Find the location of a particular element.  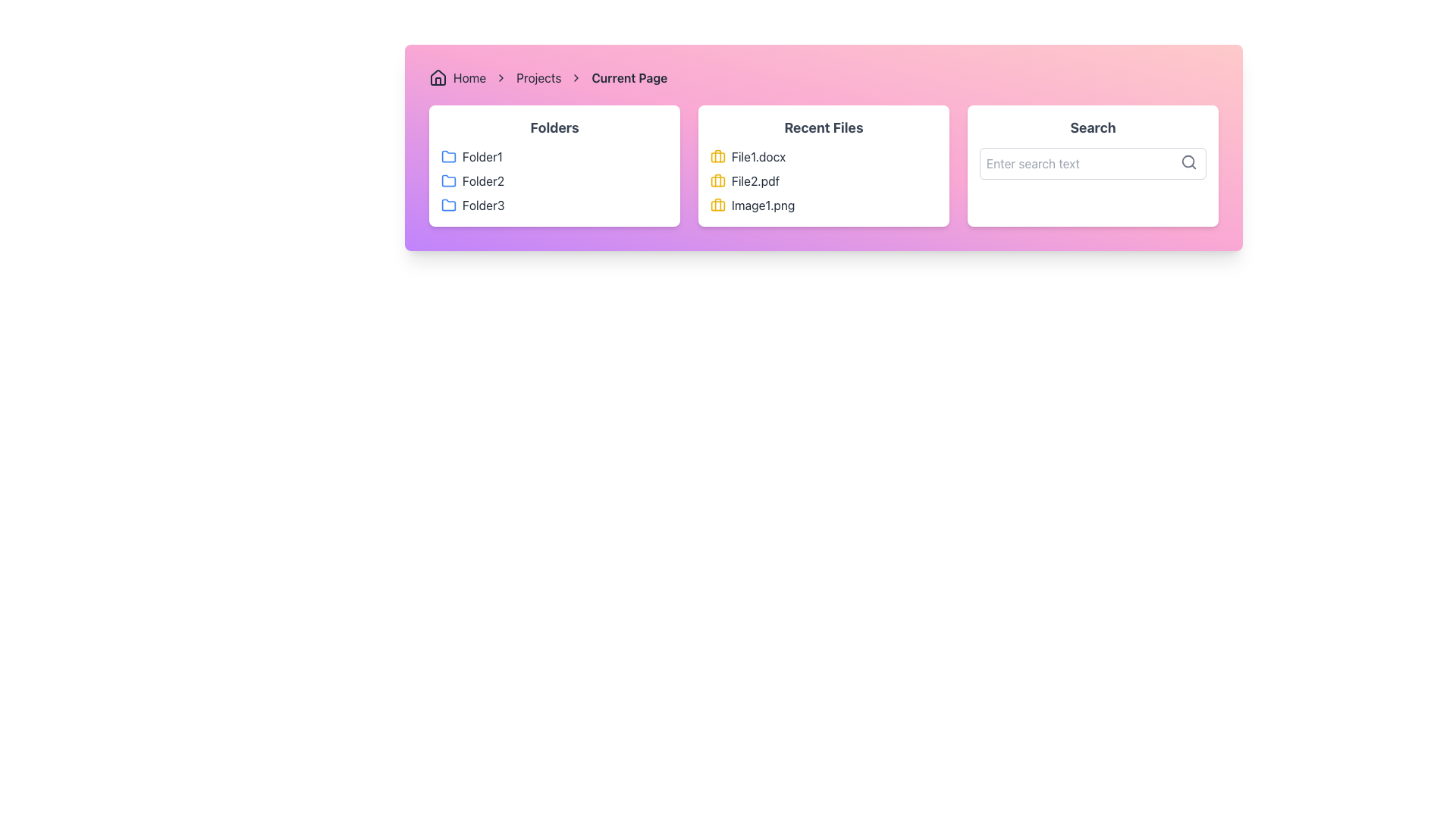

the 'File1.docx' item, which is the first item is located at coordinates (823, 157).